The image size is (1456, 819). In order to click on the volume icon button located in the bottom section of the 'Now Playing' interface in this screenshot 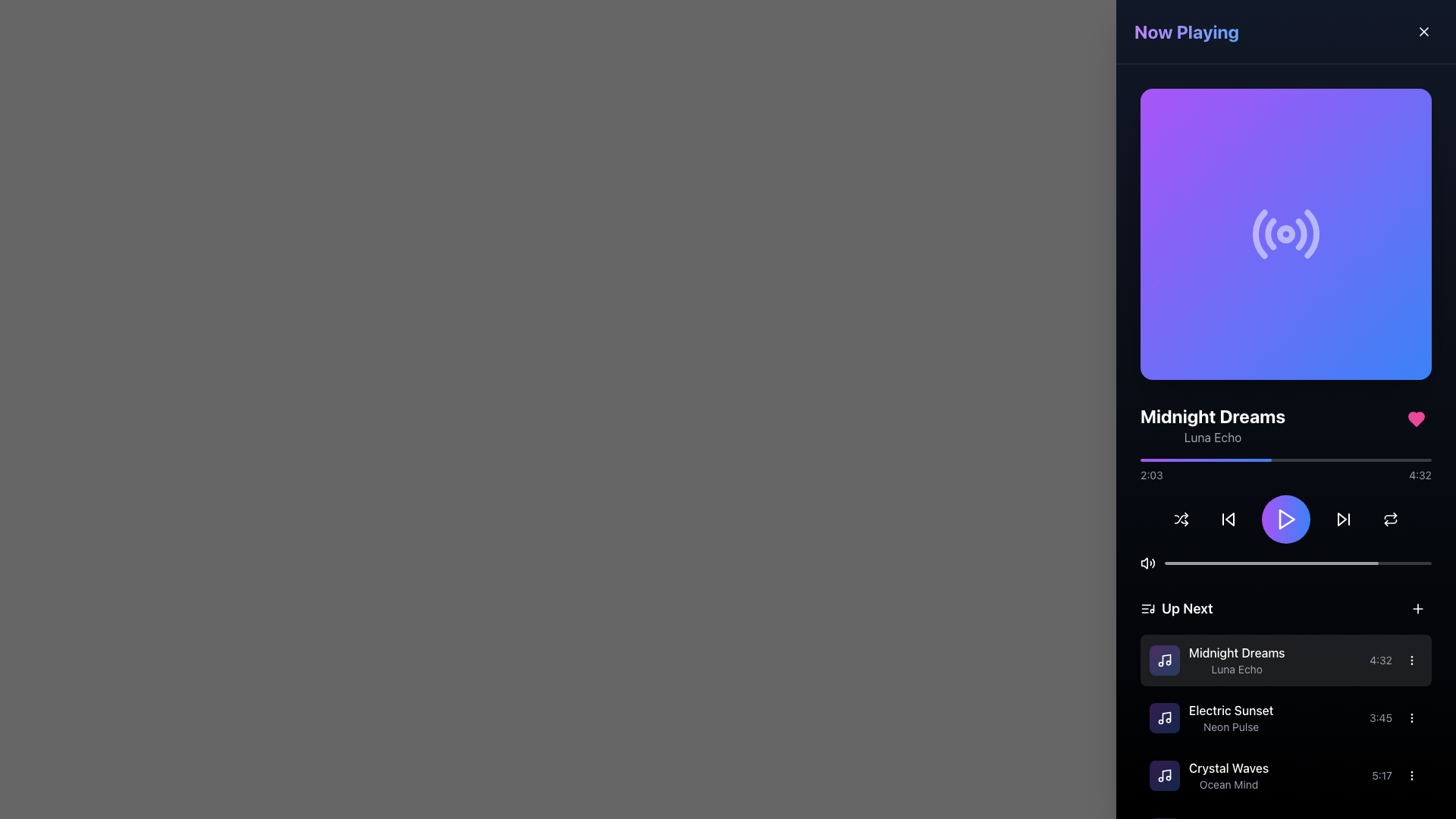, I will do `click(1147, 563)`.